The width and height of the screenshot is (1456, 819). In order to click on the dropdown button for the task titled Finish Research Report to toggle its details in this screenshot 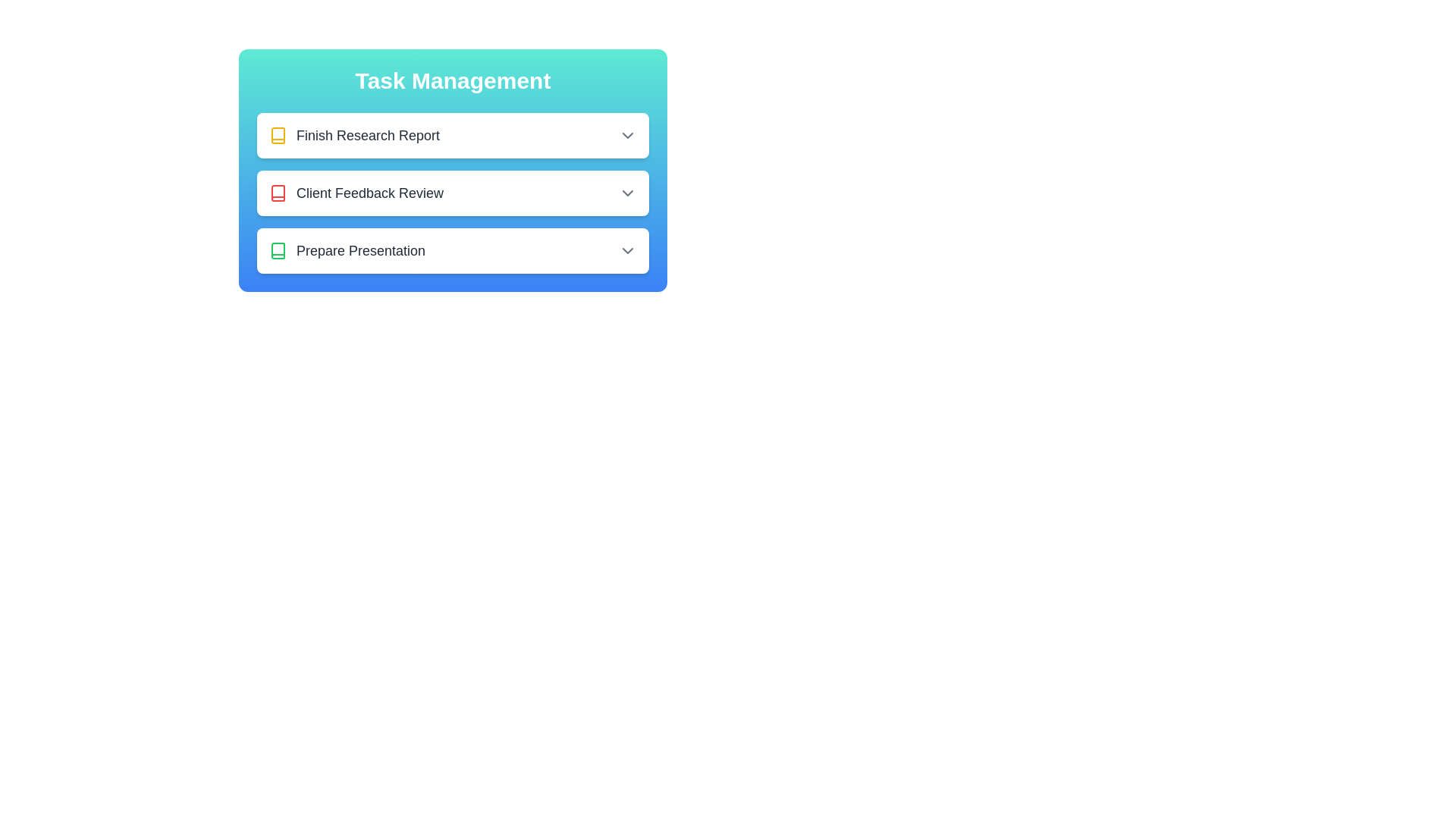, I will do `click(628, 134)`.